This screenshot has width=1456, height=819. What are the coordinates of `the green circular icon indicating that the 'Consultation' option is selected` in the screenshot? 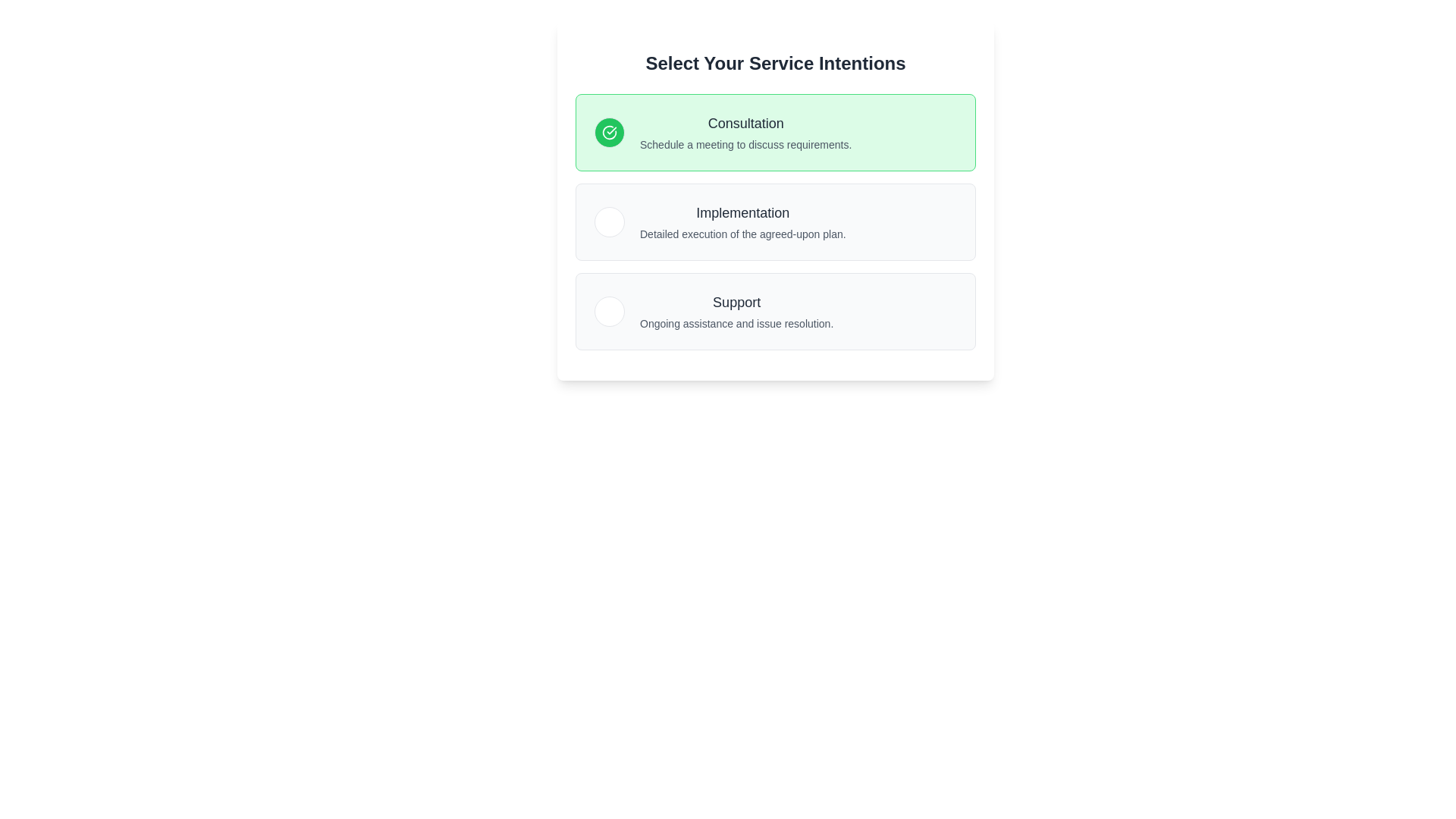 It's located at (610, 131).